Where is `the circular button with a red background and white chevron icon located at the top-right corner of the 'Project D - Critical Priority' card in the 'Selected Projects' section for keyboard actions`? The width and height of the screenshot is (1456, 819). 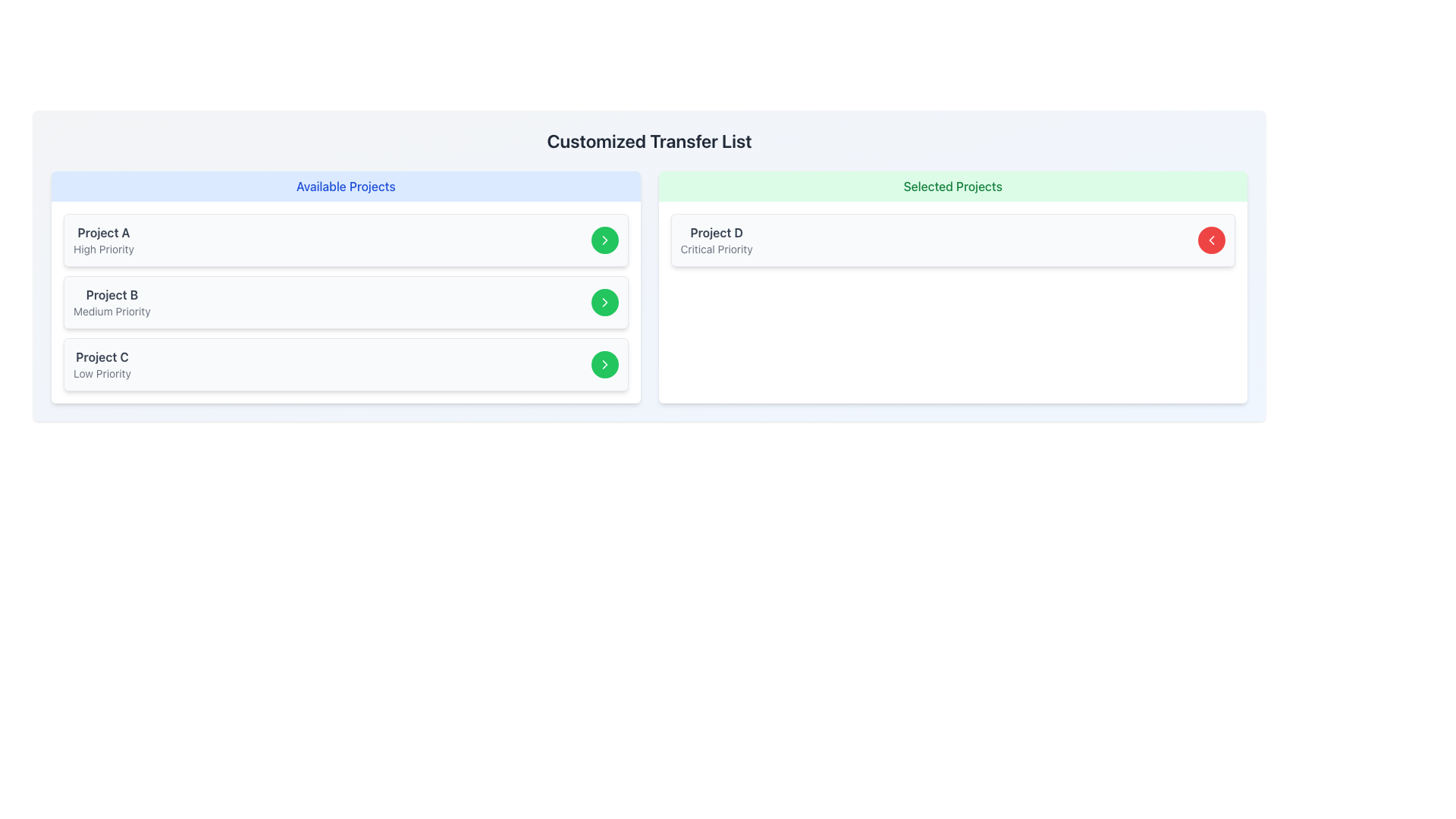
the circular button with a red background and white chevron icon located at the top-right corner of the 'Project D - Critical Priority' card in the 'Selected Projects' section for keyboard actions is located at coordinates (1211, 239).